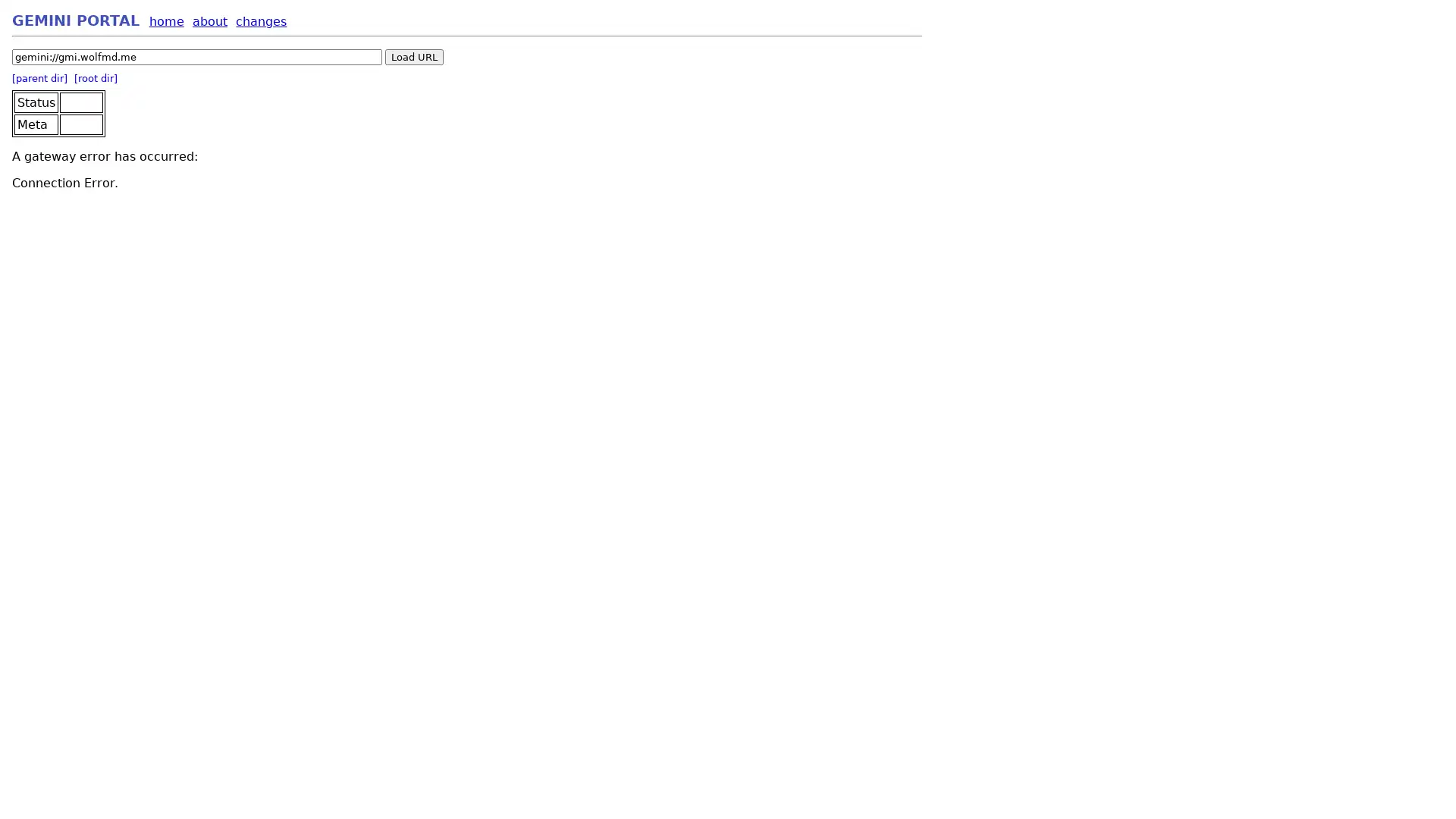 Image resolution: width=1456 pixels, height=819 pixels. I want to click on Load URL, so click(414, 56).